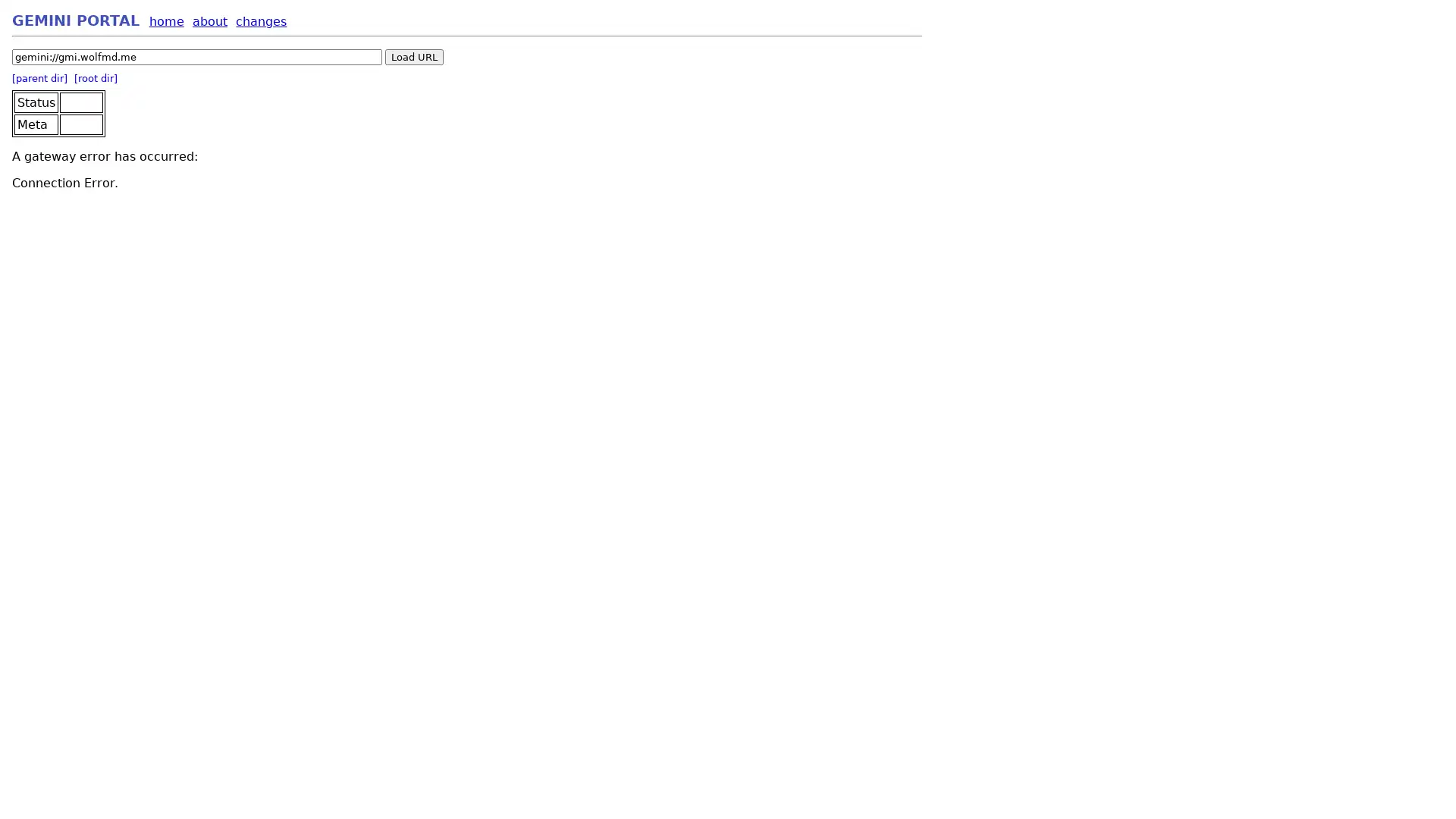 Image resolution: width=1456 pixels, height=819 pixels. I want to click on Load URL, so click(414, 56).